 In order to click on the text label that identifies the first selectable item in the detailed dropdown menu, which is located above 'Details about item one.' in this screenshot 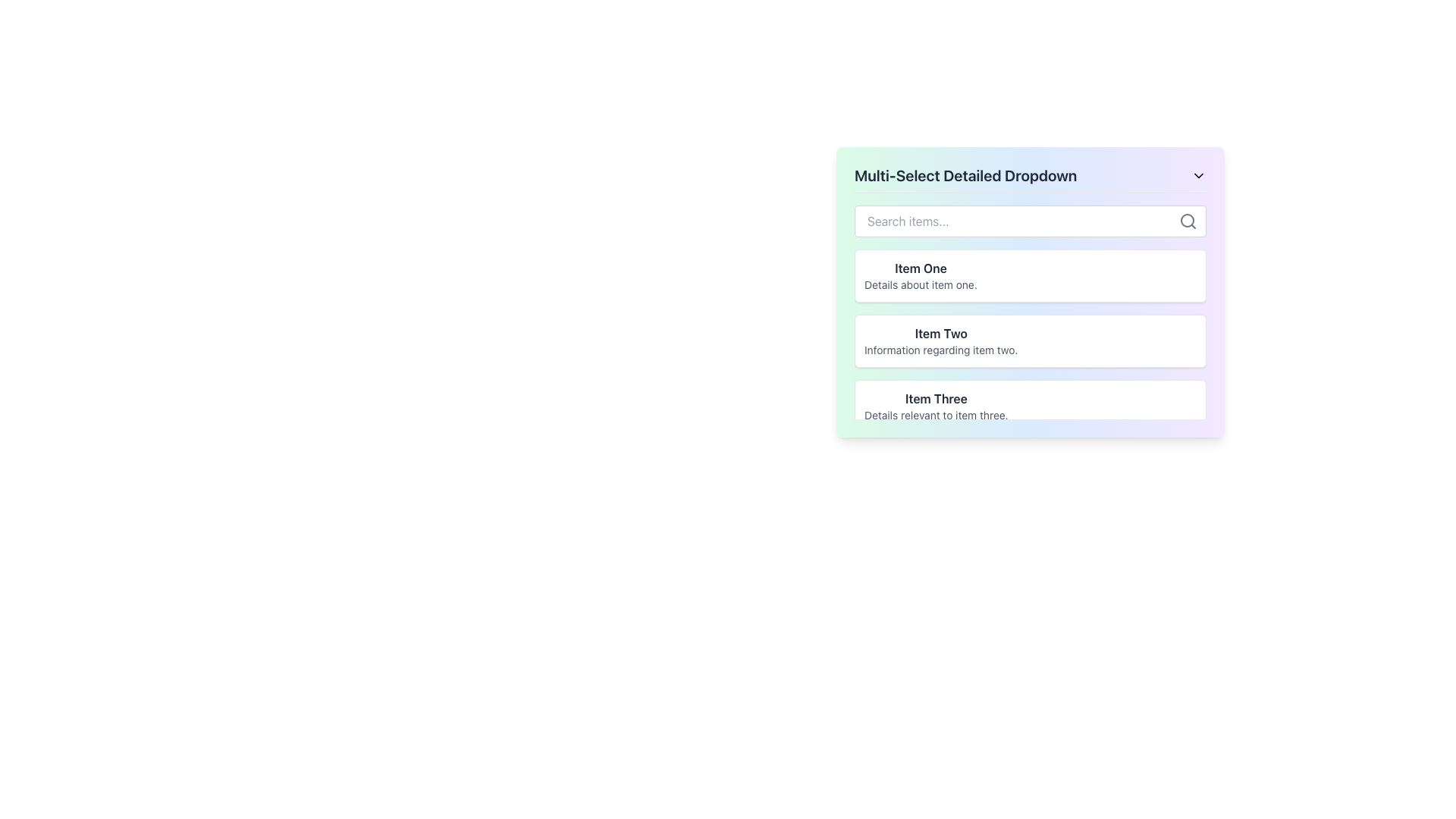, I will do `click(920, 268)`.